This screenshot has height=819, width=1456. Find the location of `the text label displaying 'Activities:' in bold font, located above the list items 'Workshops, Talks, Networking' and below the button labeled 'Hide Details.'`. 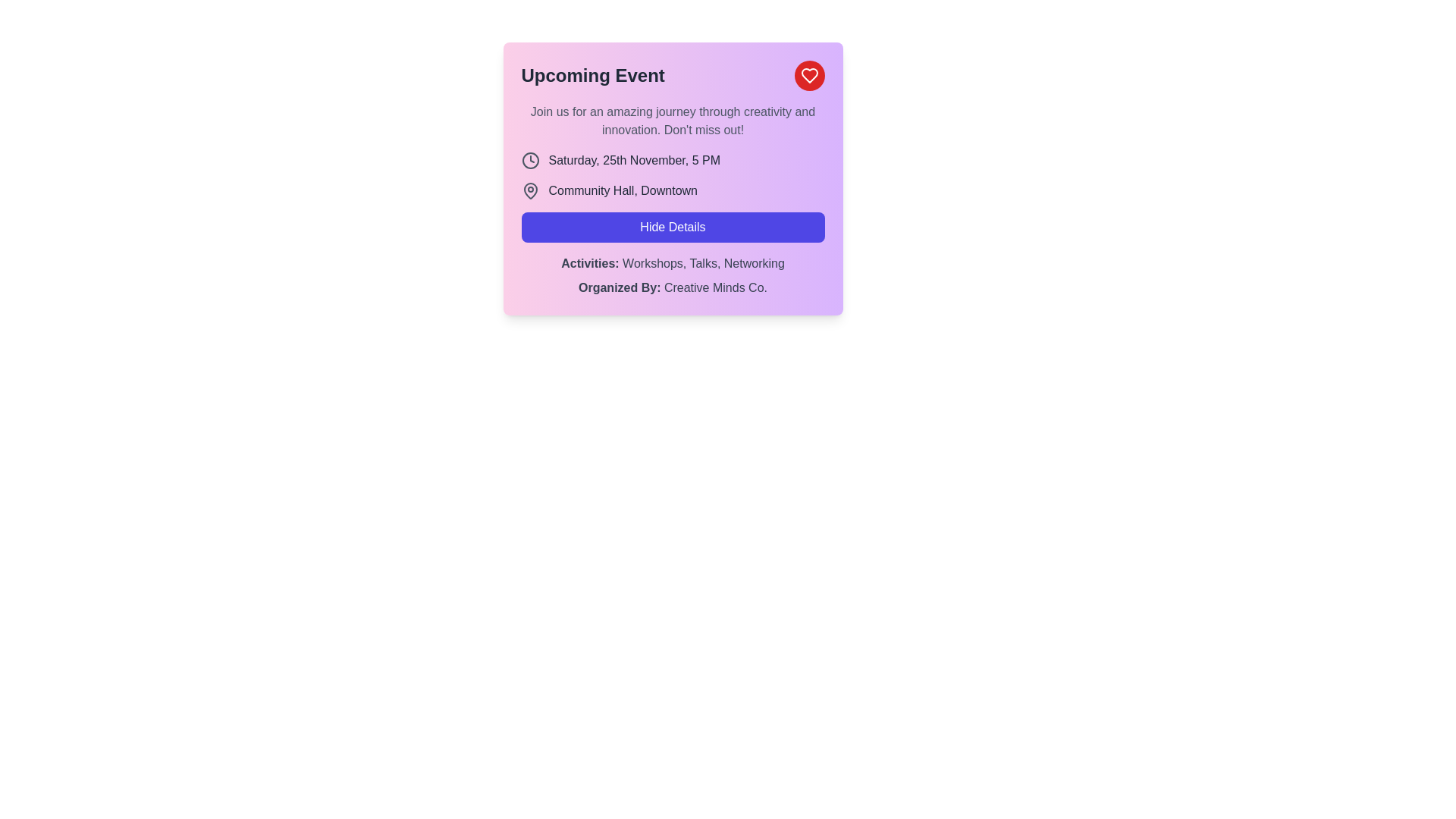

the text label displaying 'Activities:' in bold font, located above the list items 'Workshops, Talks, Networking' and below the button labeled 'Hide Details.' is located at coordinates (589, 262).